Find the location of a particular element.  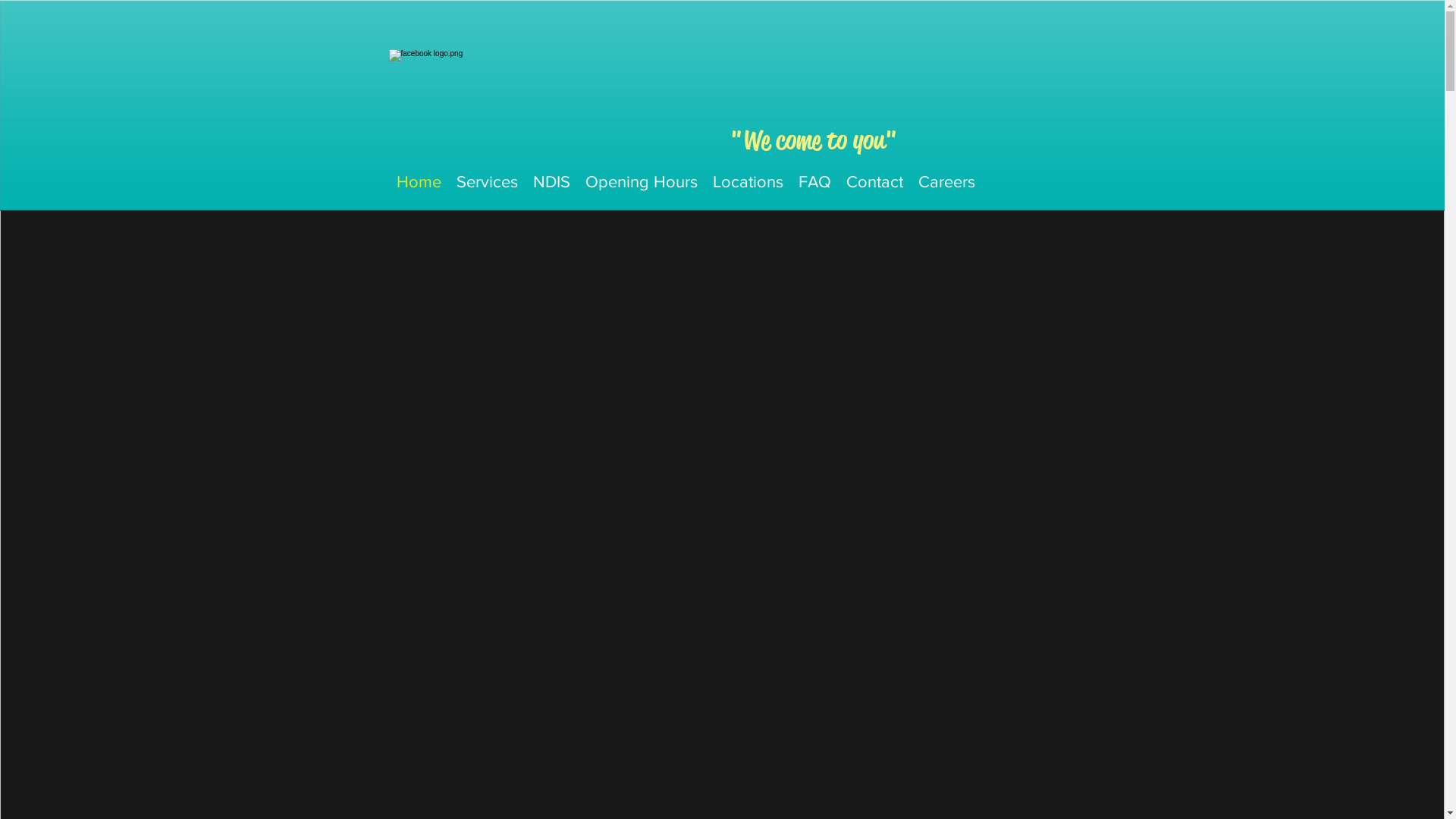

'Services' is located at coordinates (487, 180).